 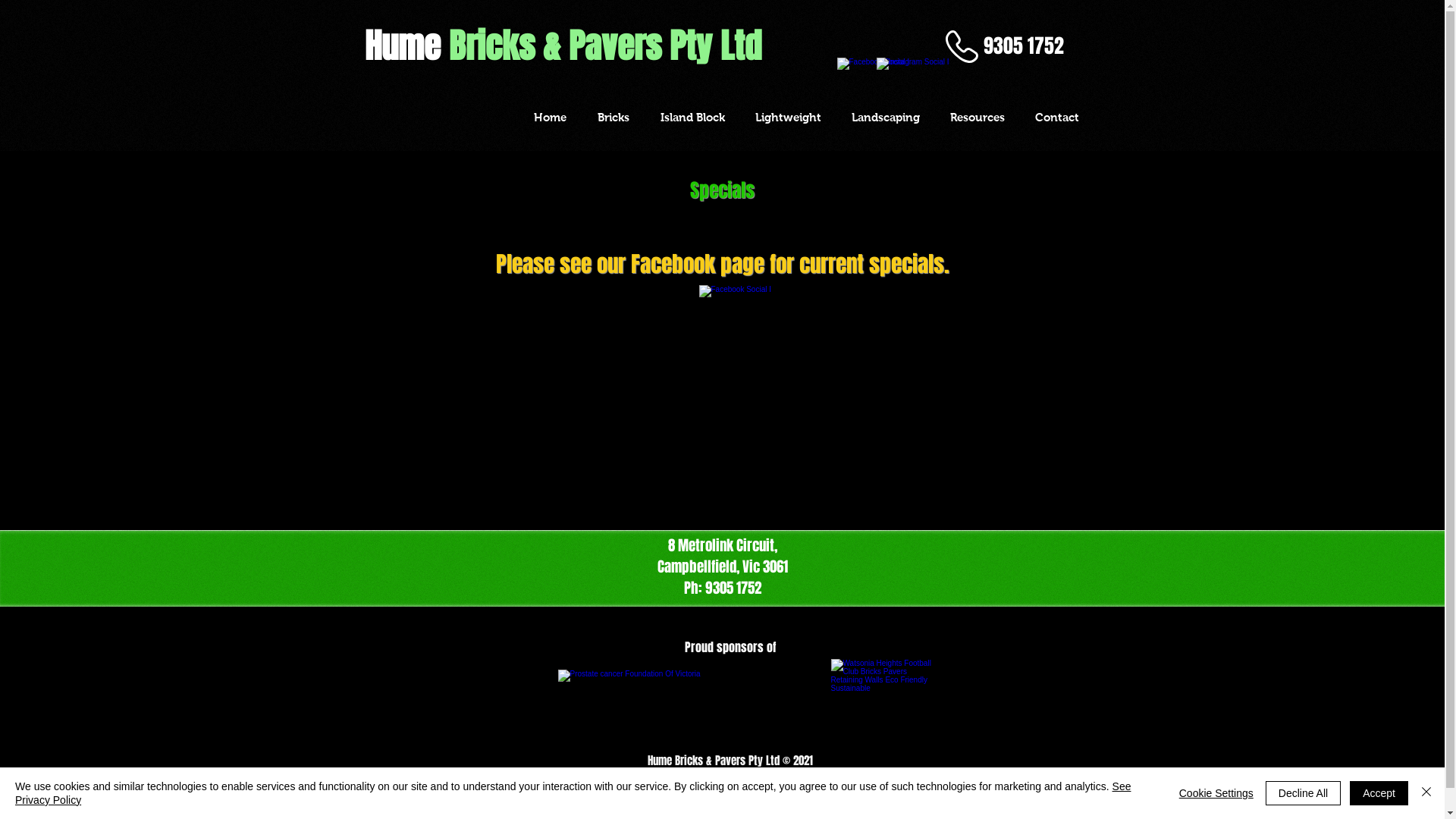 I want to click on 'Lightweight', so click(x=788, y=116).